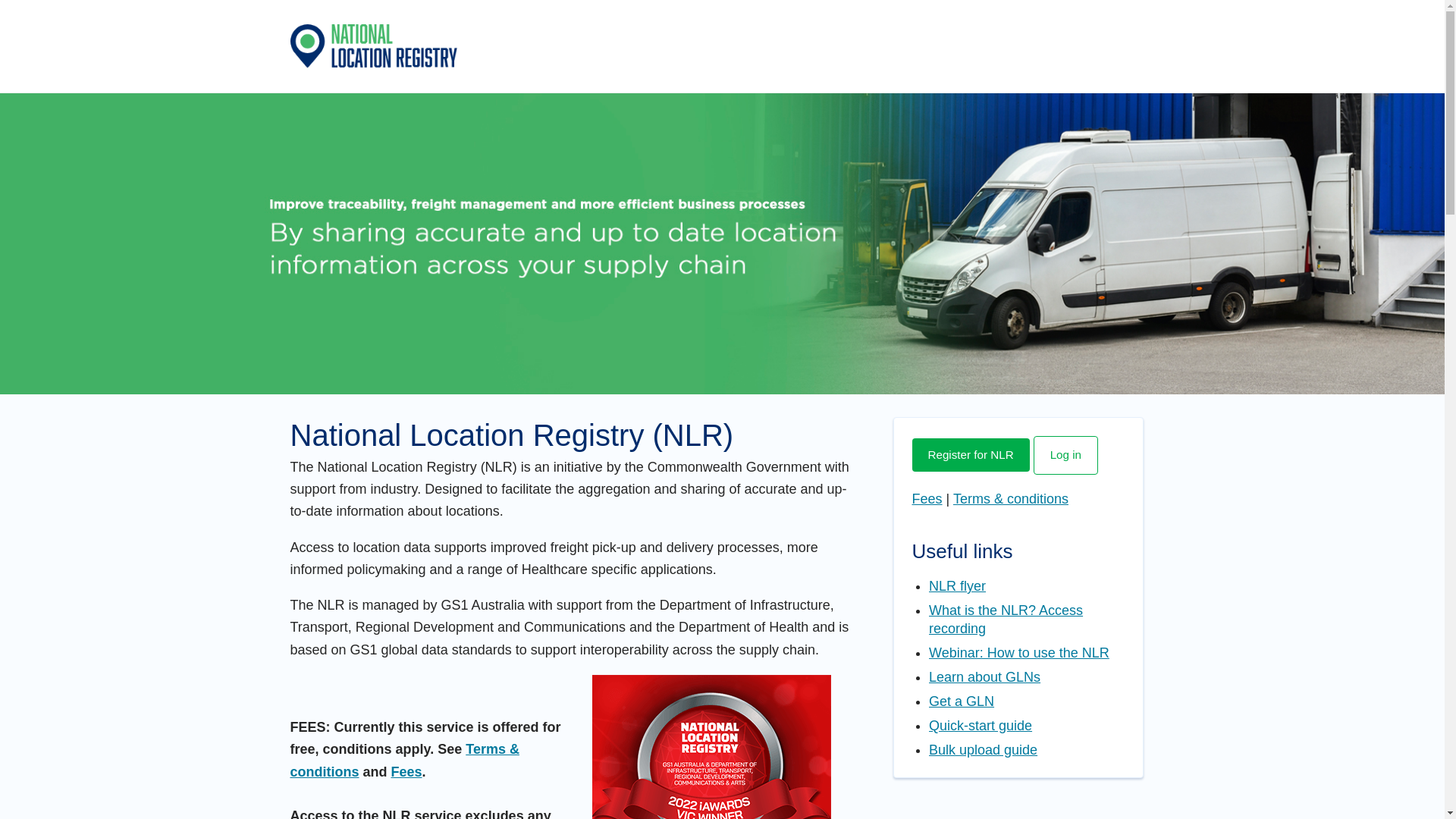 The image size is (1456, 819). What do you see at coordinates (1065, 454) in the screenshot?
I see `'Log in'` at bounding box center [1065, 454].